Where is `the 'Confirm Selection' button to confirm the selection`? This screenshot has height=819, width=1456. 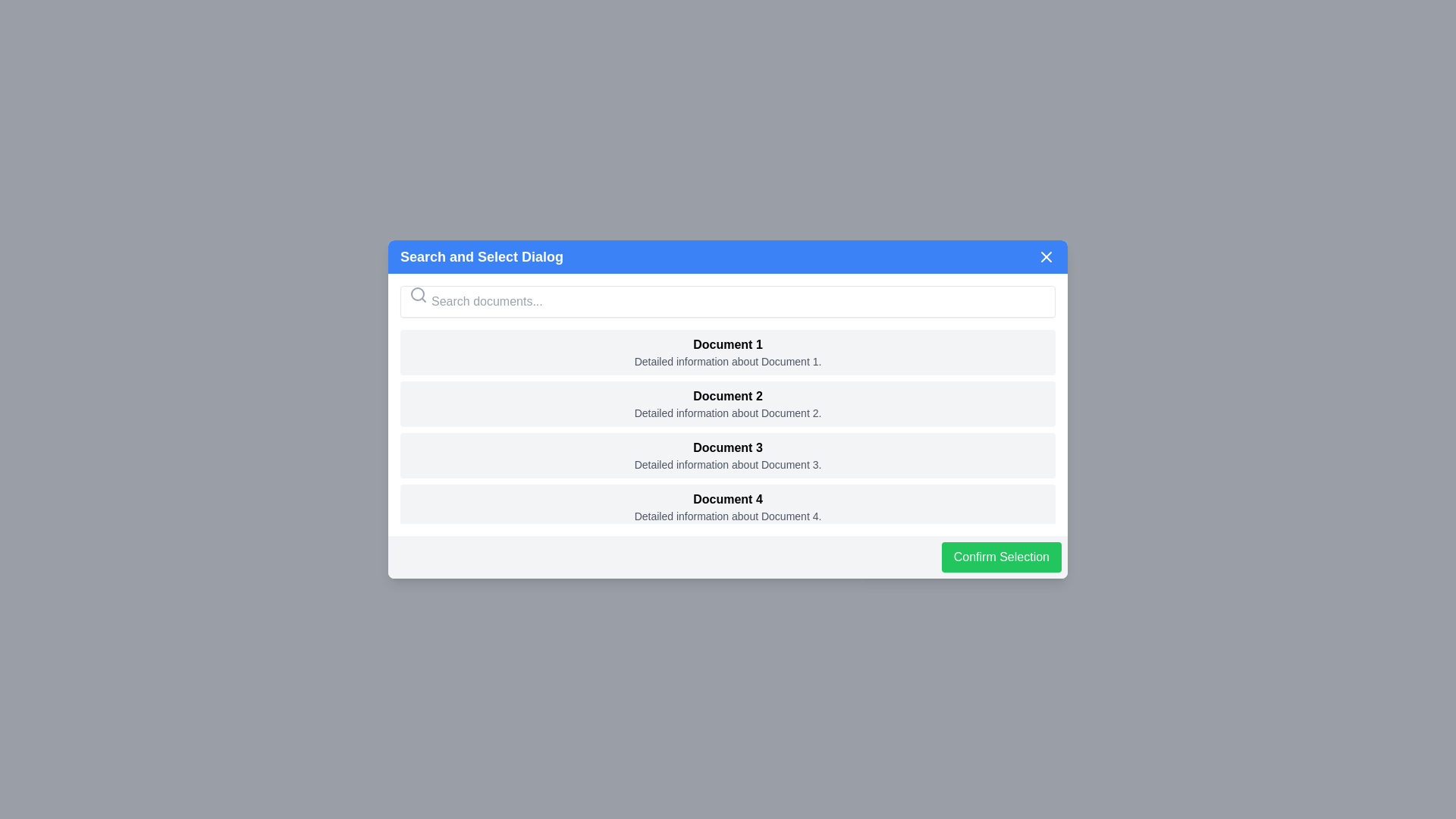 the 'Confirm Selection' button to confirm the selection is located at coordinates (1001, 557).